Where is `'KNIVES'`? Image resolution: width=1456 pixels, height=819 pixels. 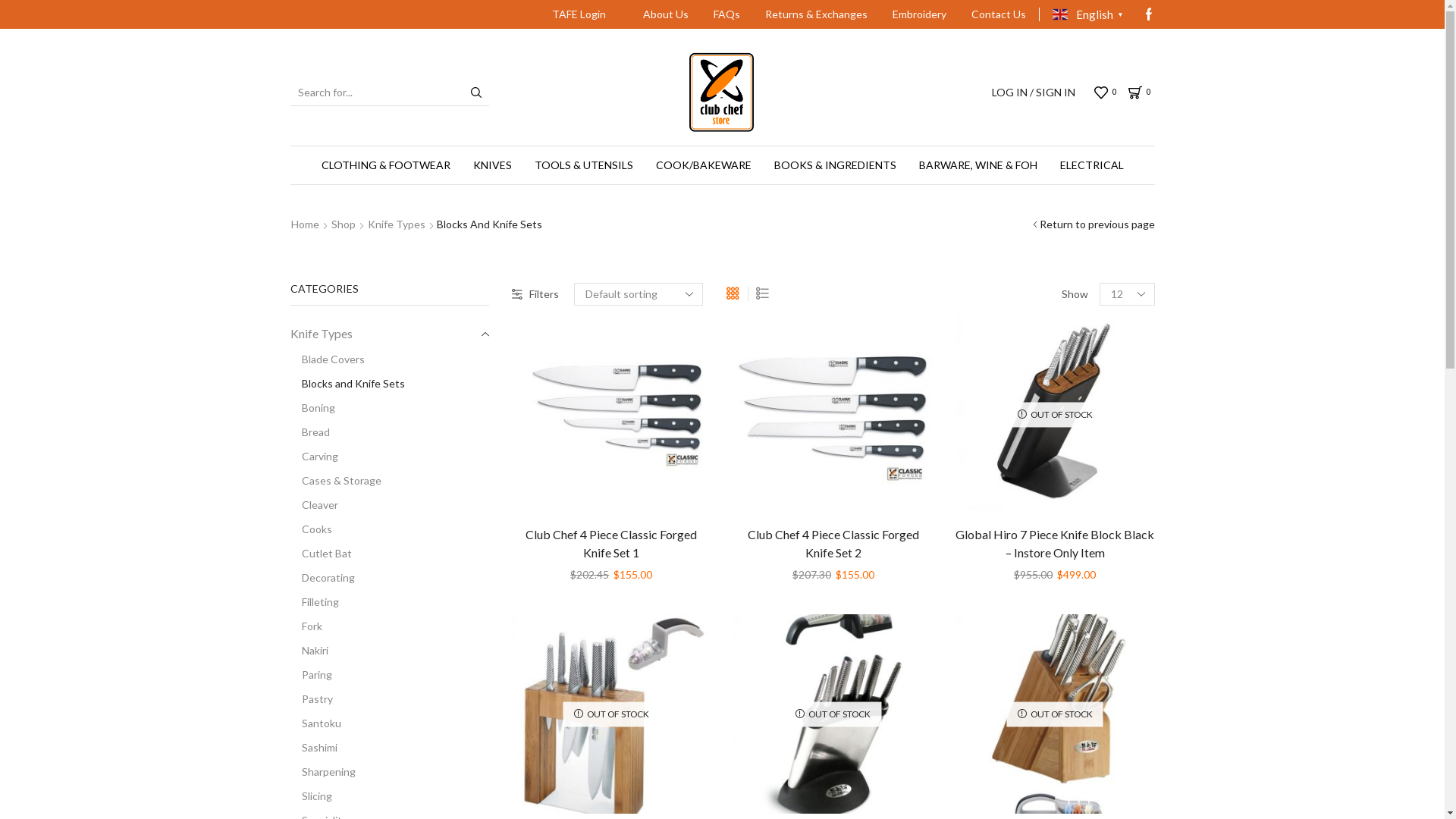 'KNIVES' is located at coordinates (491, 165).